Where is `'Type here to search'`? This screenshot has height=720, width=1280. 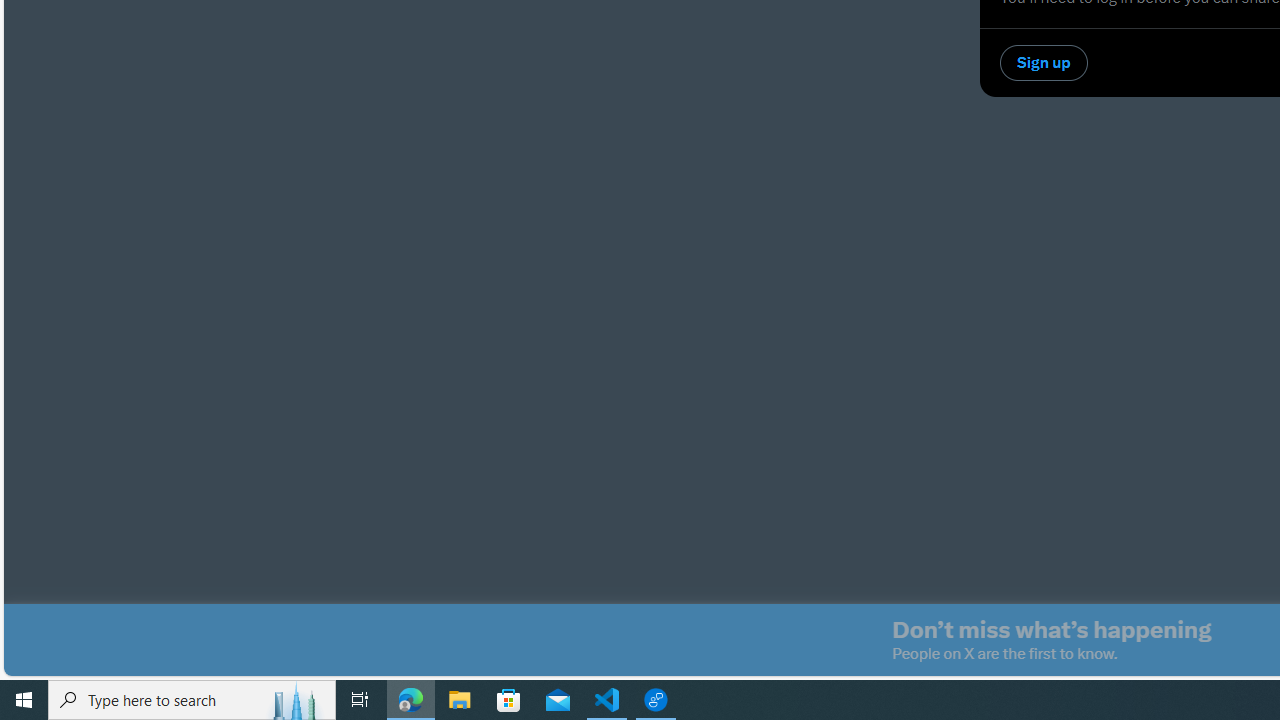
'Type here to search' is located at coordinates (192, 698).